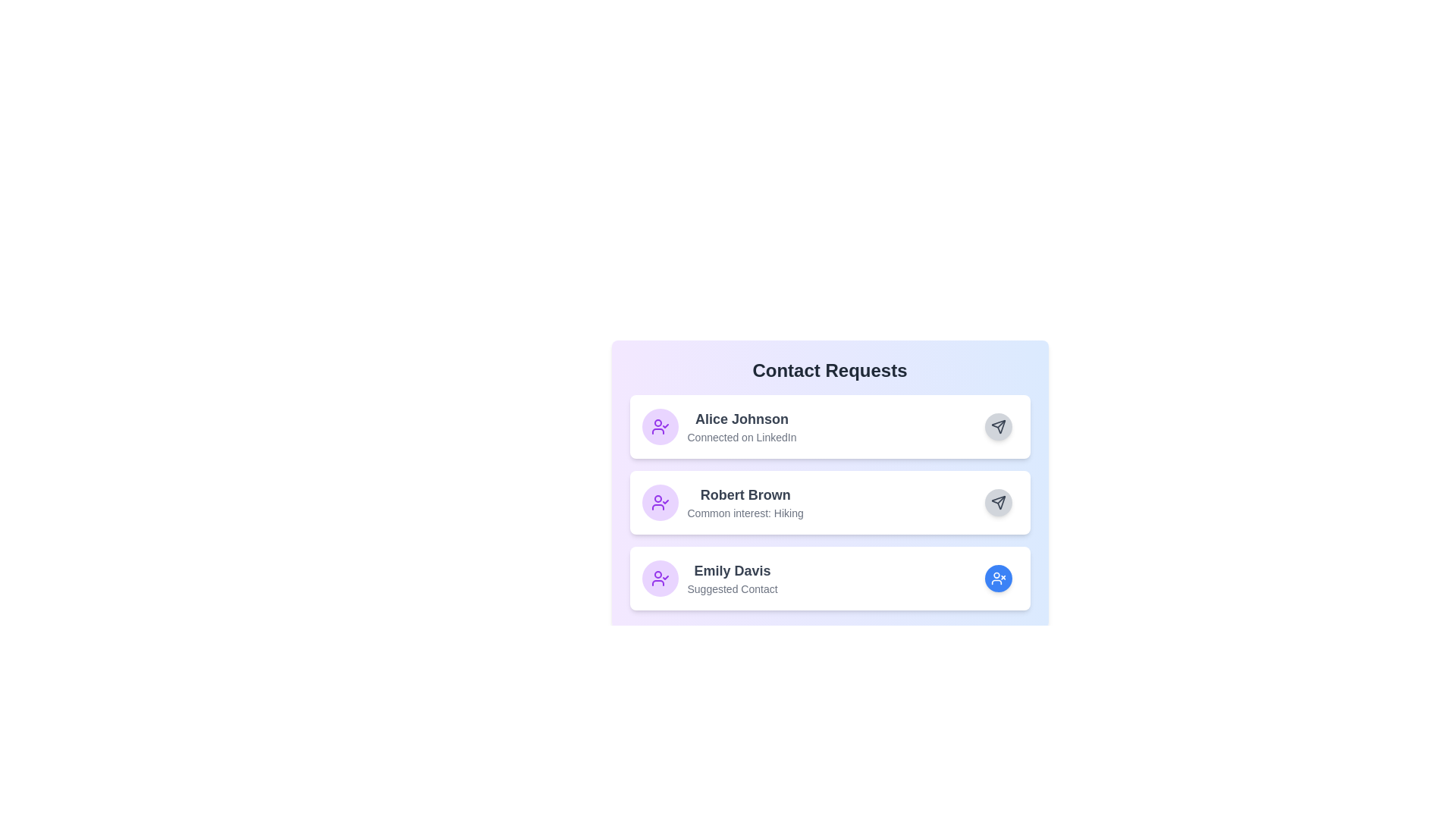 The height and width of the screenshot is (819, 1456). I want to click on the 'Approve' button for the contact request Alice Johnson, so click(998, 427).